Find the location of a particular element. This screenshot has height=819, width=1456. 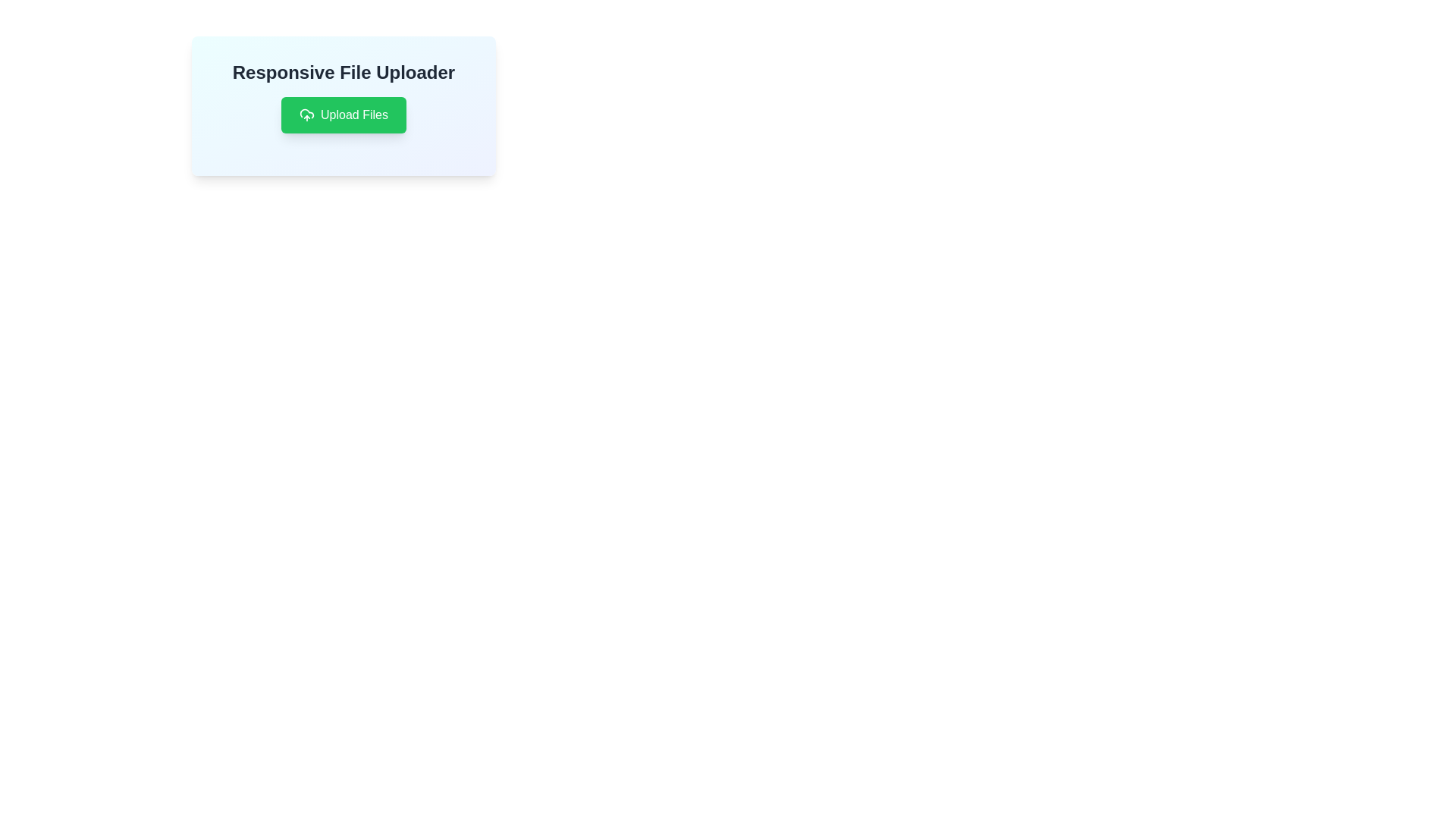

the upload button containing the cloud icon with an upward arrow, which is styled with a green background and located to the left of the text 'Upload Files' is located at coordinates (306, 114).